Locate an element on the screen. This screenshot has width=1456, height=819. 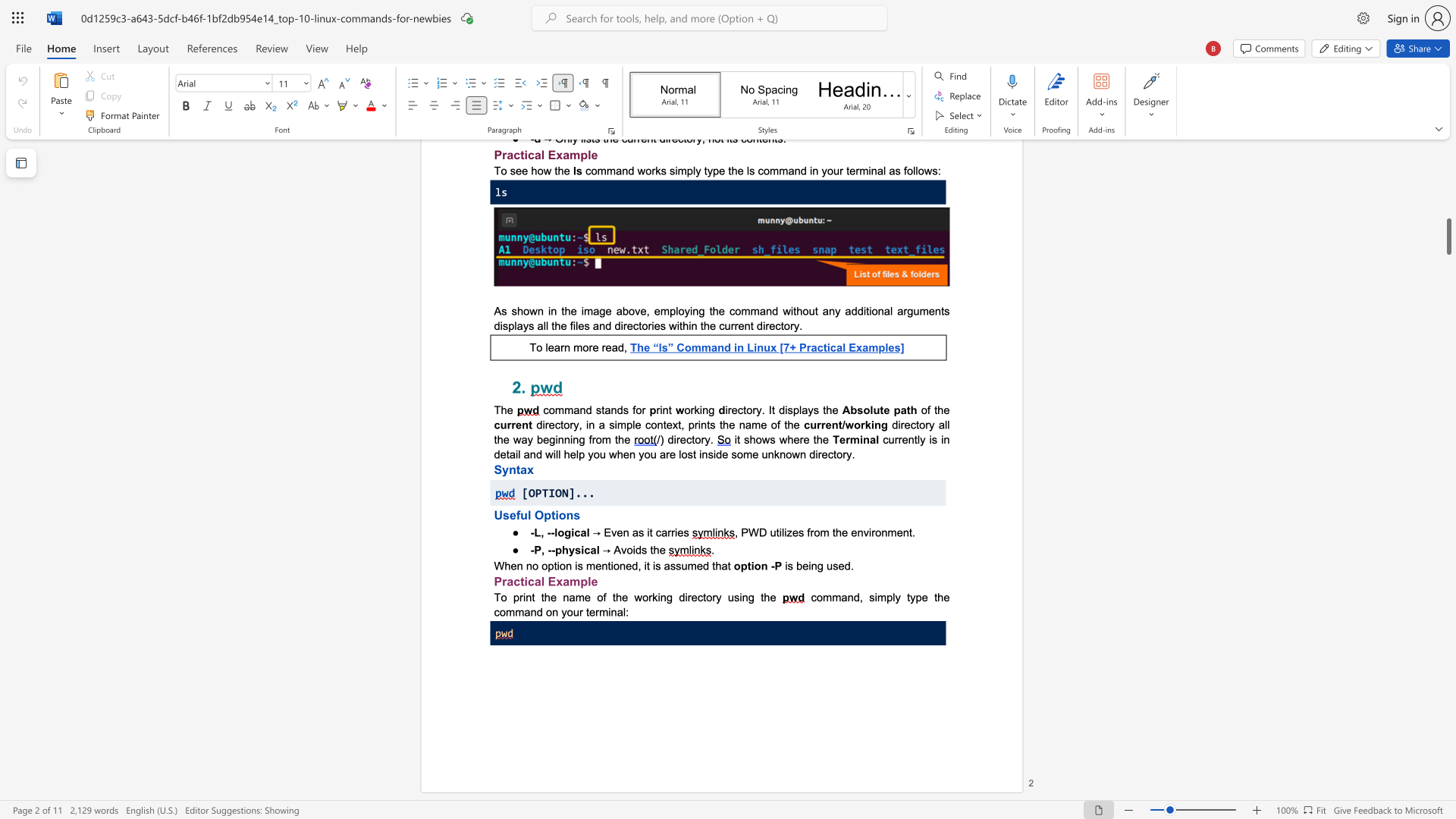
the subset text "s th" within the text "→ Avoids the" is located at coordinates (642, 550).